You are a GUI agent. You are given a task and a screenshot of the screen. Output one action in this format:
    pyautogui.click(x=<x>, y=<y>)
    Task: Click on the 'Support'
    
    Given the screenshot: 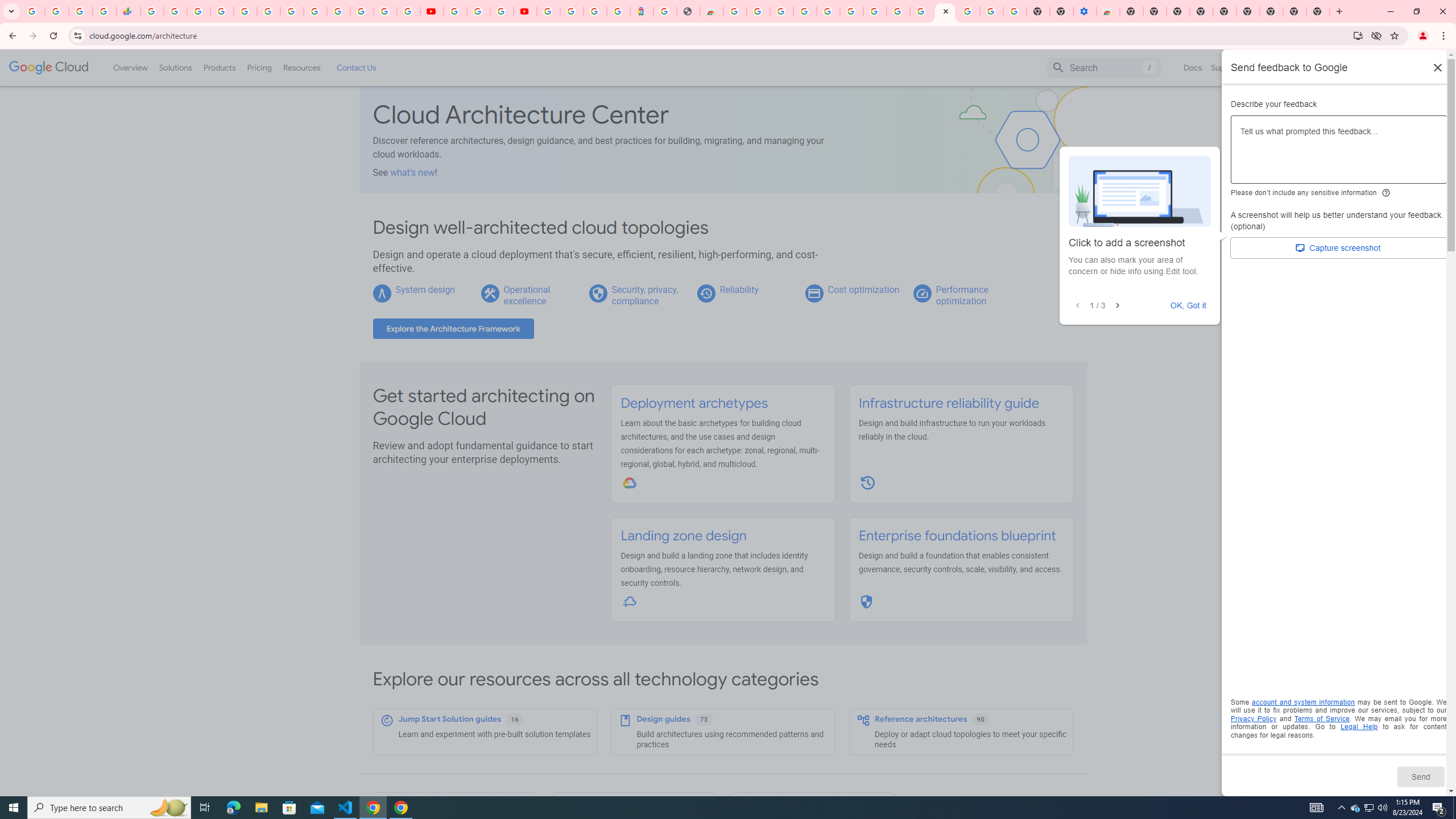 What is the action you would take?
    pyautogui.click(x=1226, y=67)
    